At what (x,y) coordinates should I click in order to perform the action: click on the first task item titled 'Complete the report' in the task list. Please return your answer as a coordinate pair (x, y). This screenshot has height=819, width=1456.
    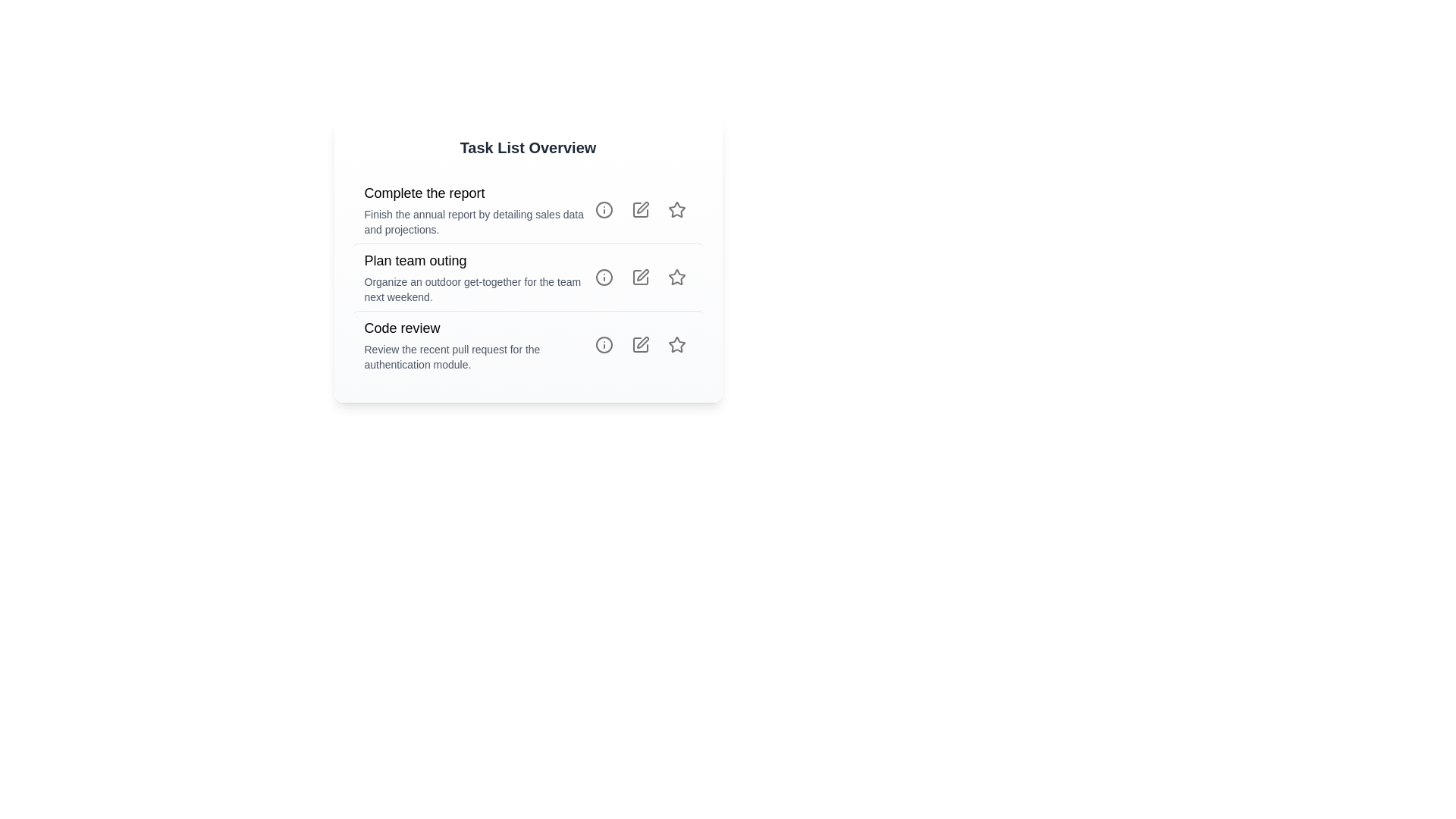
    Looking at the image, I should click on (475, 210).